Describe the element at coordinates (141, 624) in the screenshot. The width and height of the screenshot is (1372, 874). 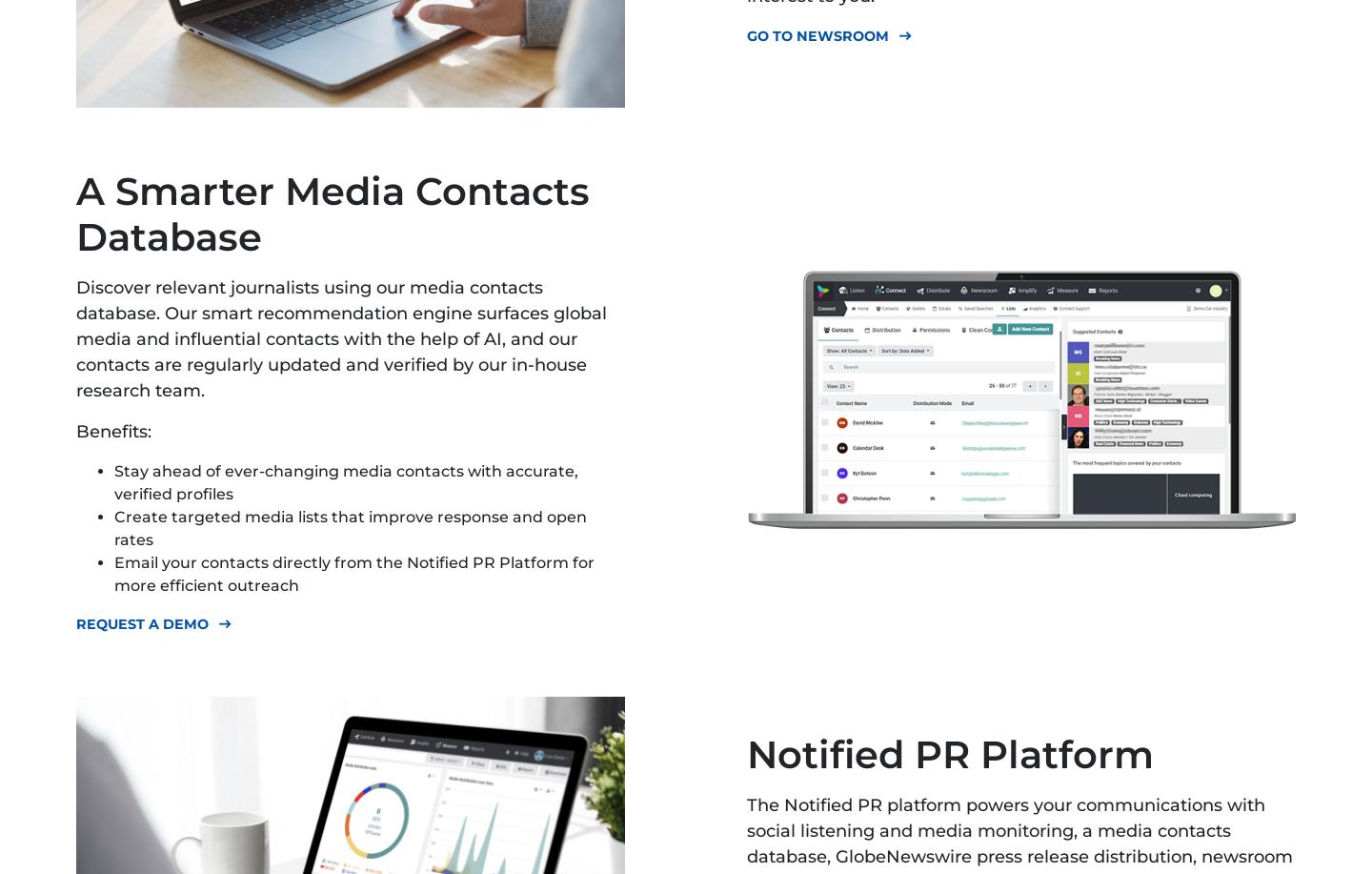
I see `'Request A Demo'` at that location.